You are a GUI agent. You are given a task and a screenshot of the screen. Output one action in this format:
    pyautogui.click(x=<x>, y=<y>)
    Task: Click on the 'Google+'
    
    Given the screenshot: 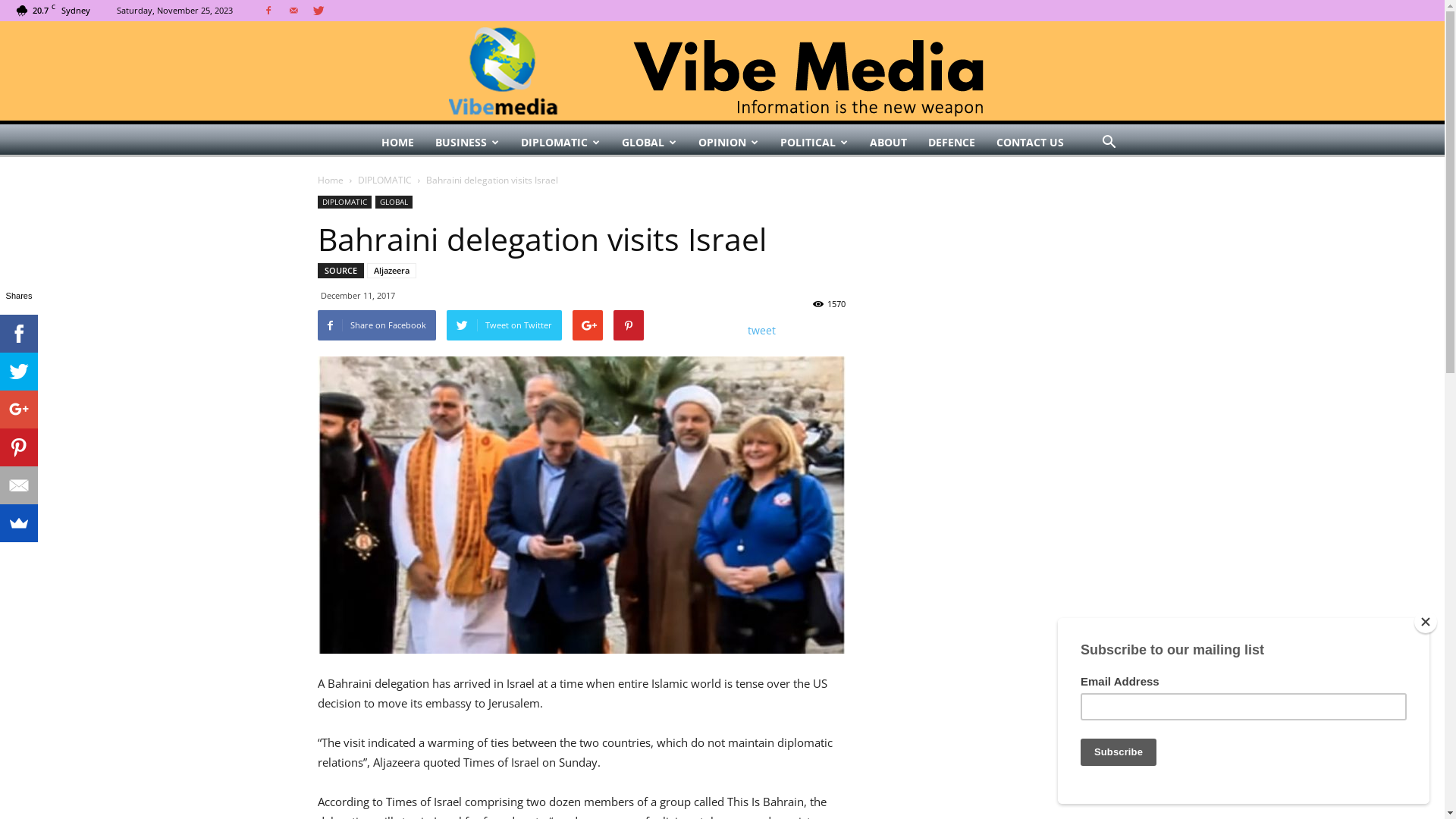 What is the action you would take?
    pyautogui.click(x=18, y=409)
    